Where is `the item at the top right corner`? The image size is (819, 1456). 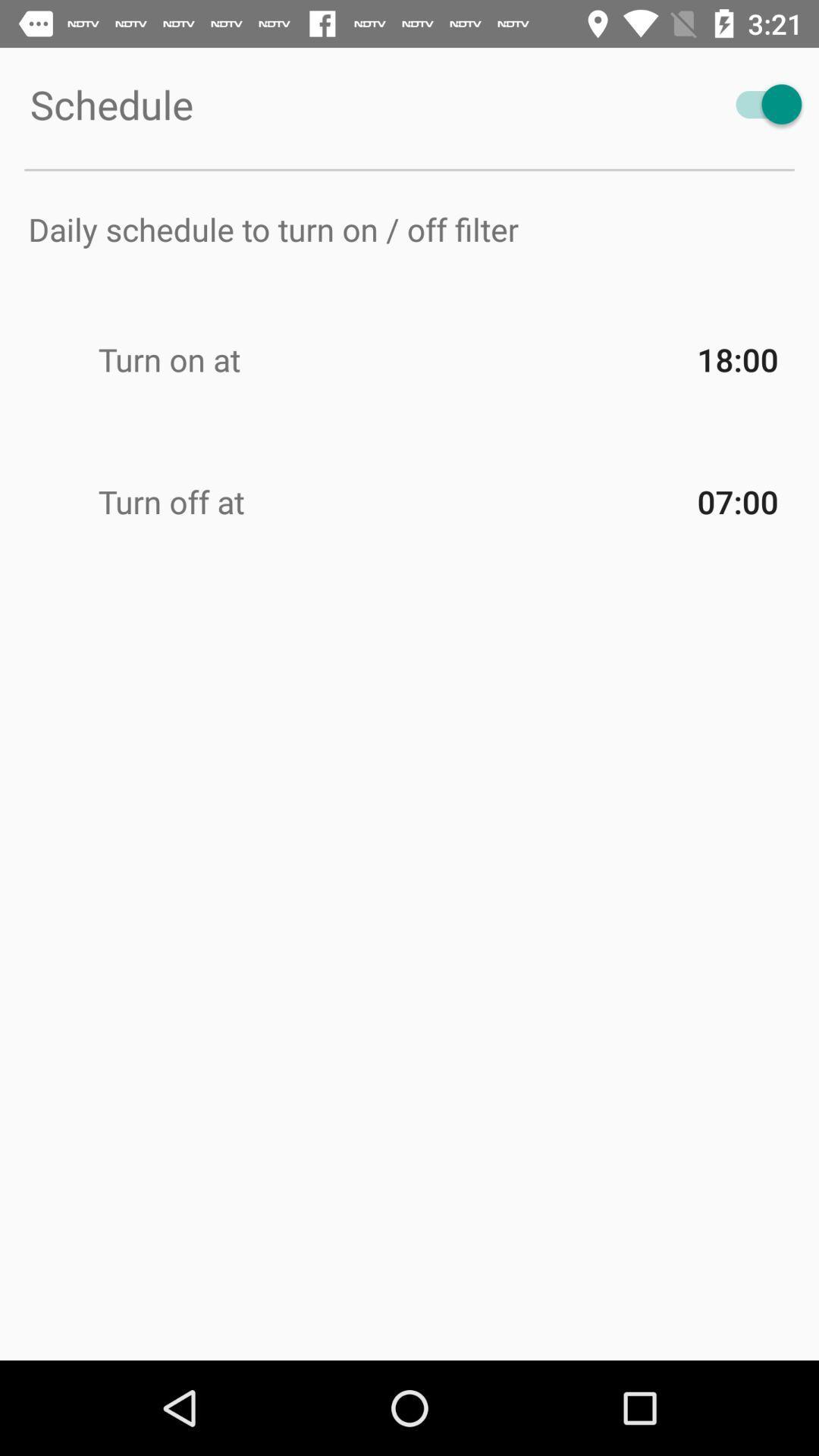
the item at the top right corner is located at coordinates (761, 103).